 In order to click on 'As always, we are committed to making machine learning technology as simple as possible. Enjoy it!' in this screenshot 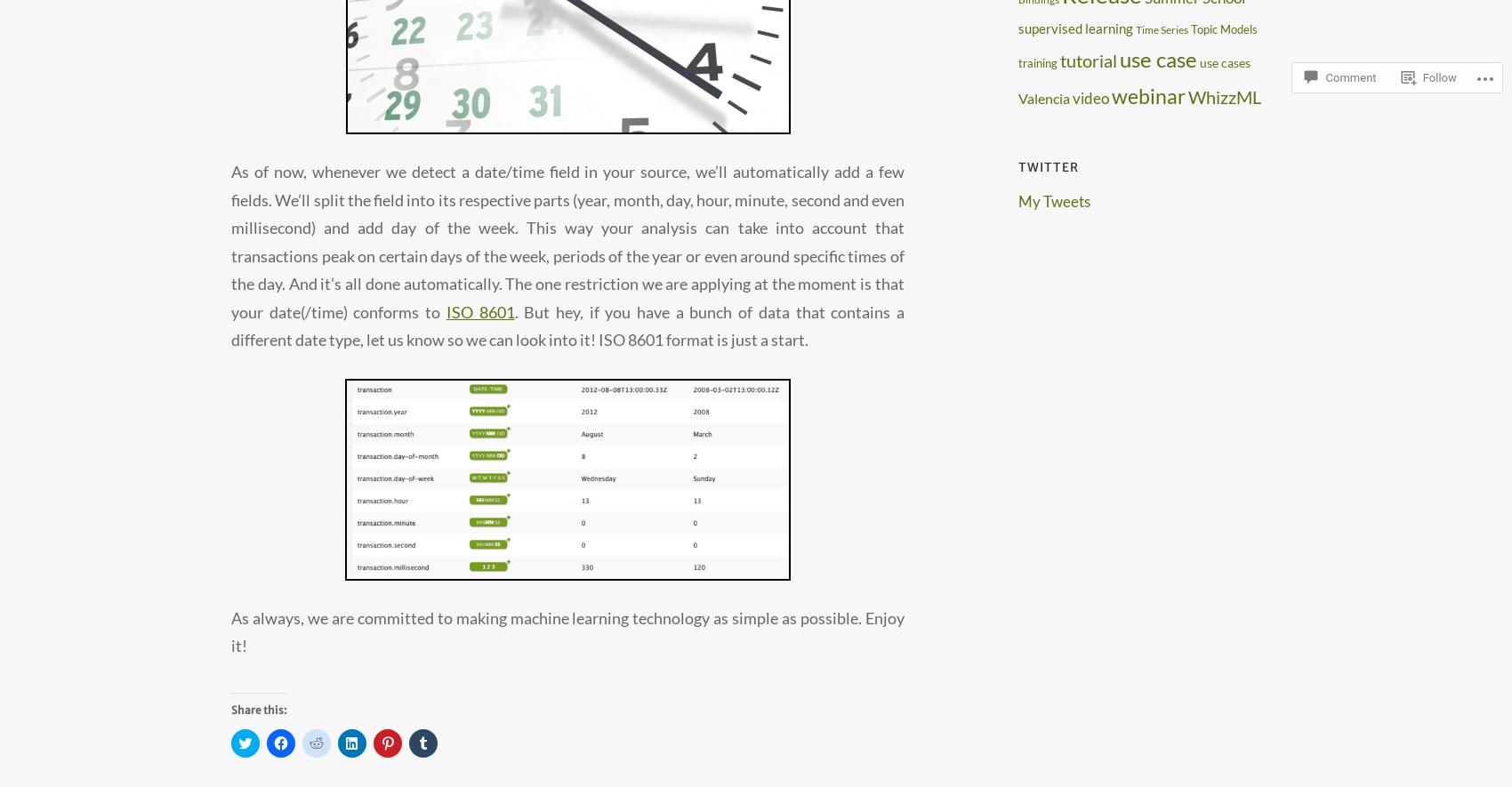, I will do `click(567, 630)`.